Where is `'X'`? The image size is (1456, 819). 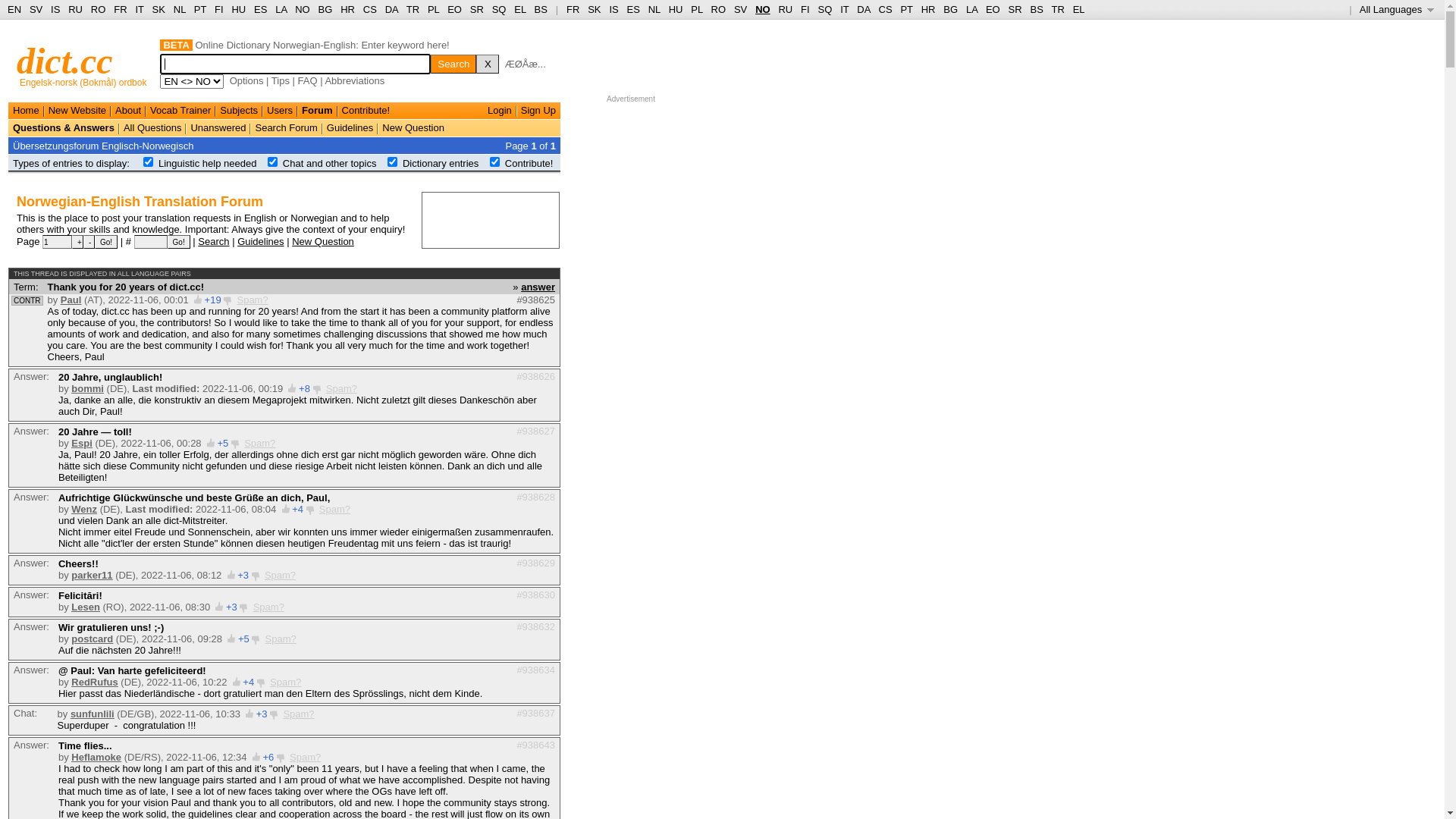
'X' is located at coordinates (475, 63).